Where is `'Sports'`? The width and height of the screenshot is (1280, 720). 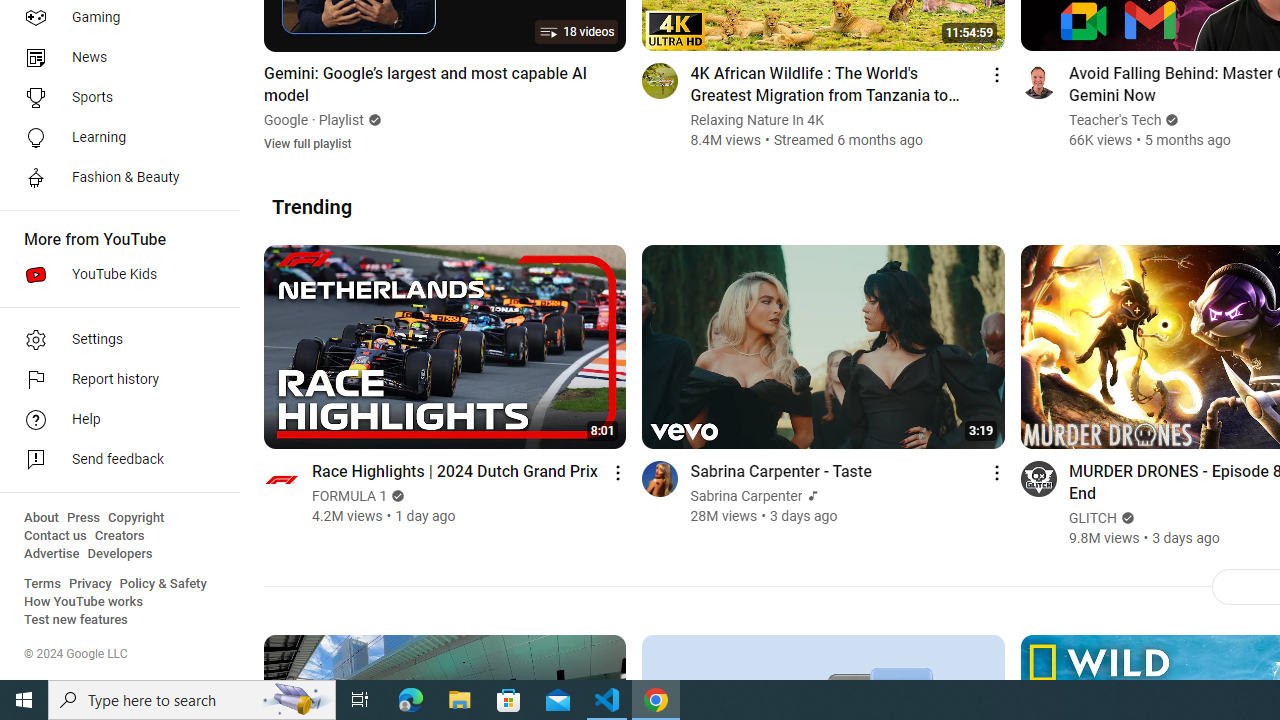
'Sports' is located at coordinates (112, 97).